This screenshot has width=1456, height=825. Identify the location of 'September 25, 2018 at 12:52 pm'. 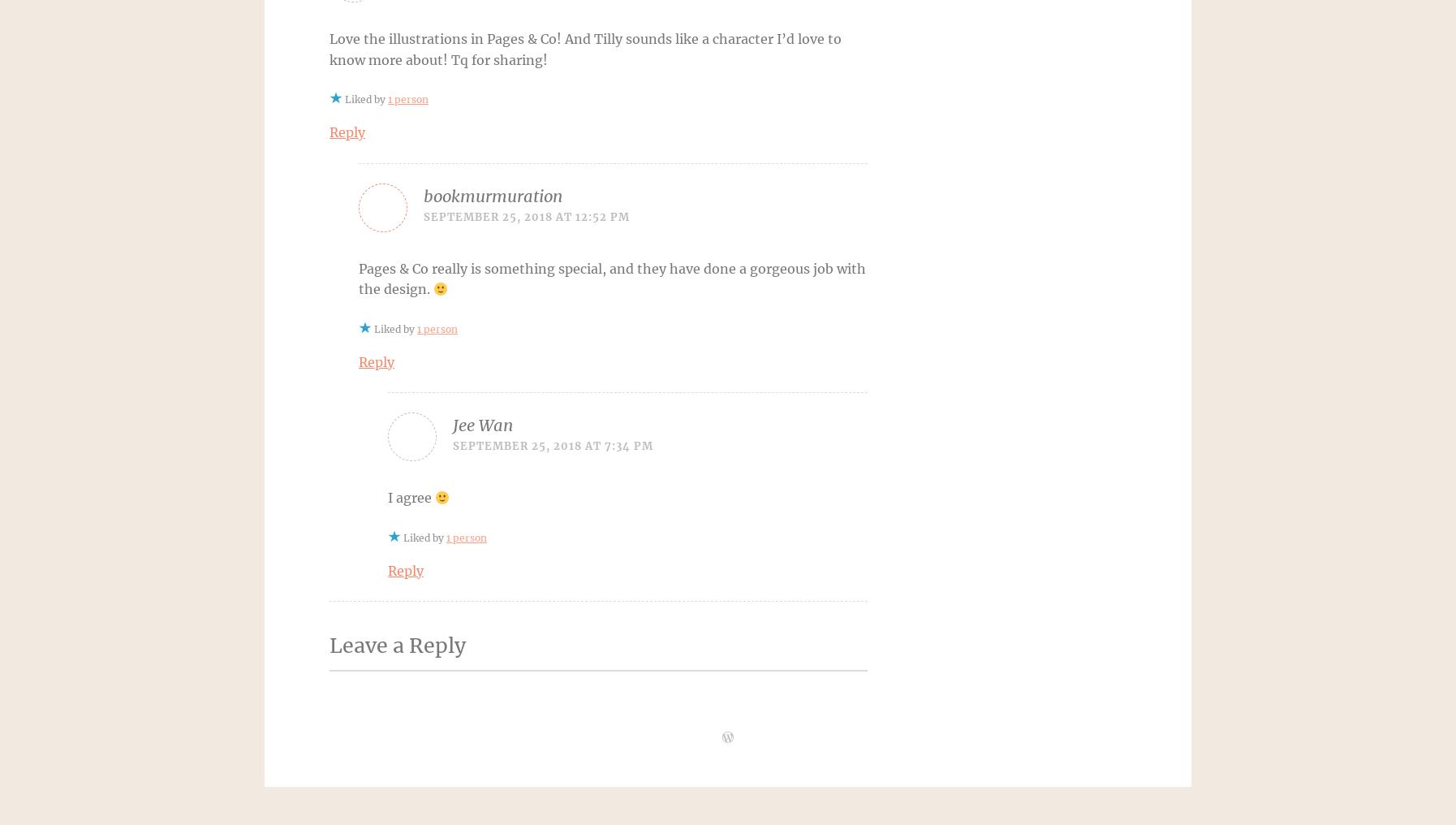
(527, 215).